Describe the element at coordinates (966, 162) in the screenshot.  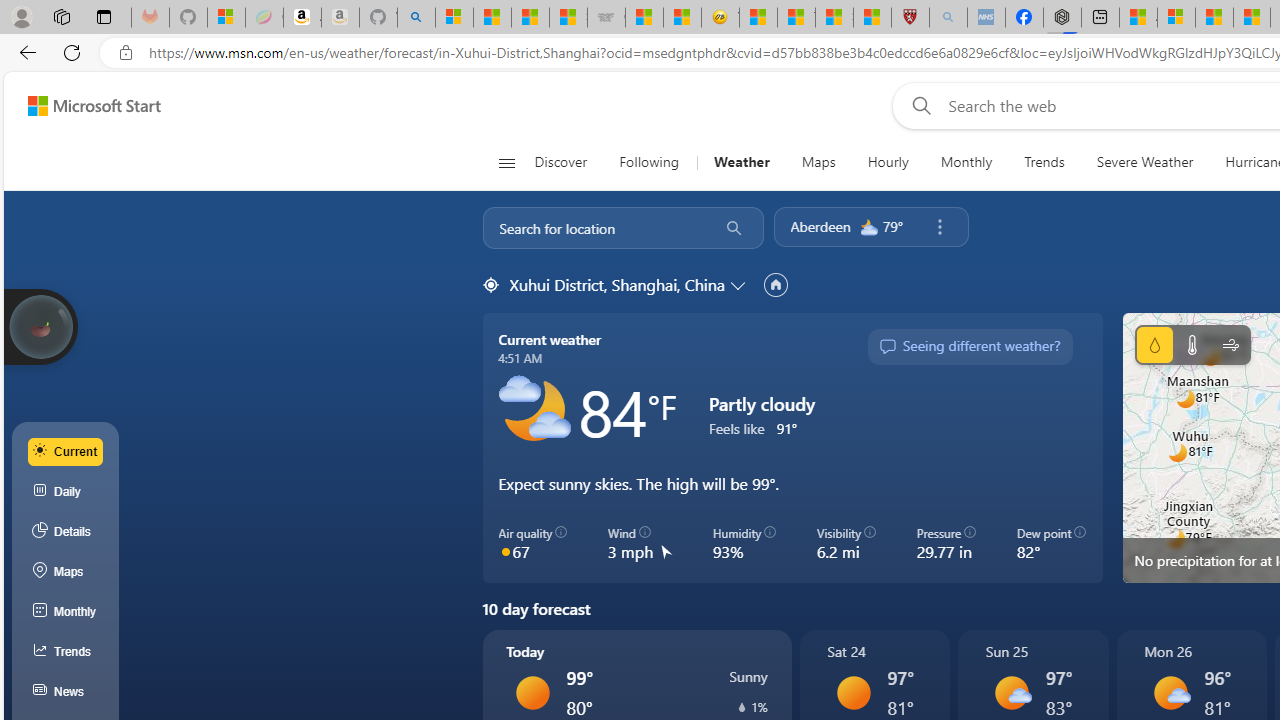
I see `'Monthly'` at that location.